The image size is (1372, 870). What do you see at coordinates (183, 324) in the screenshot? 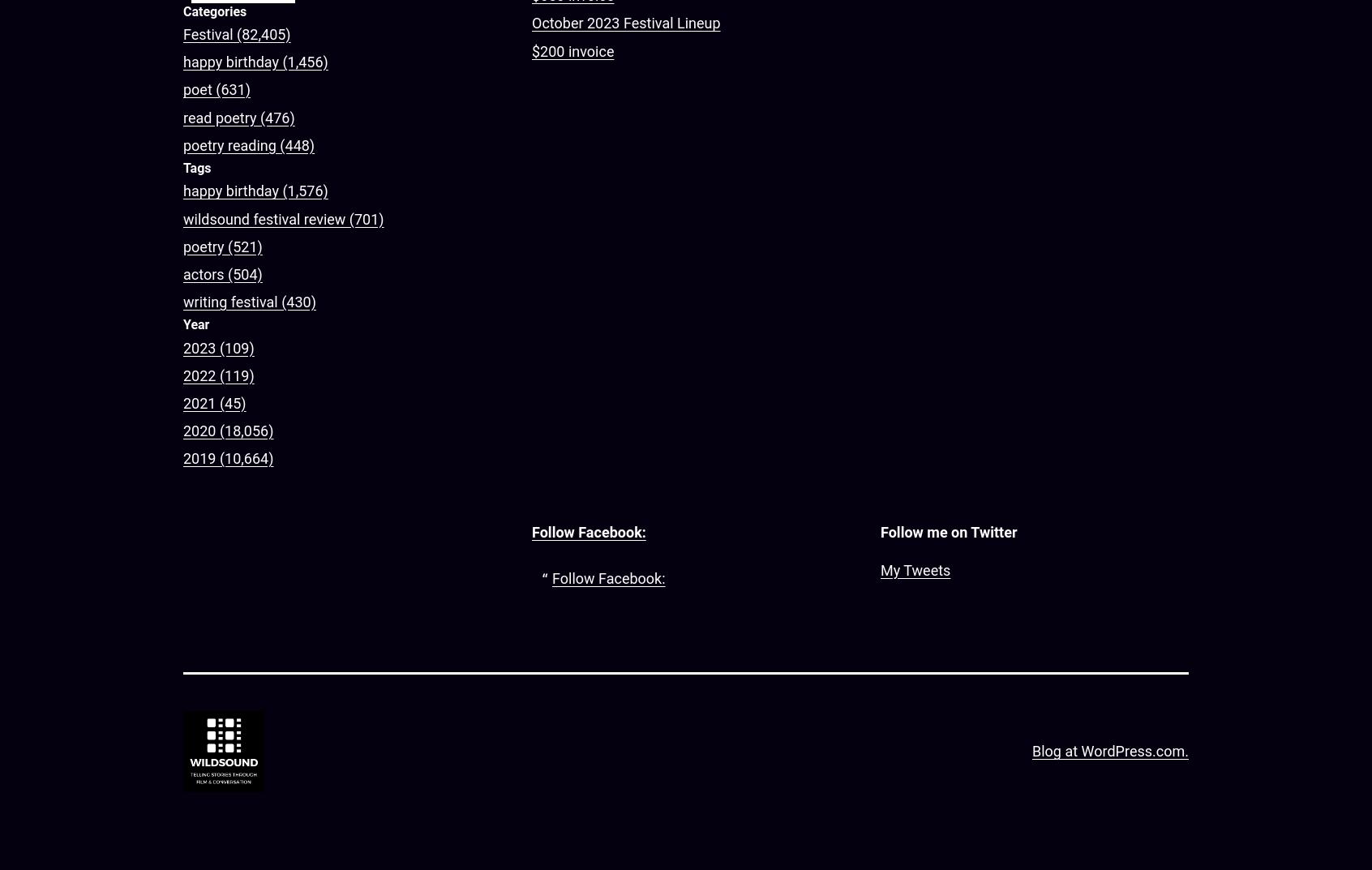
I see `'Year'` at bounding box center [183, 324].